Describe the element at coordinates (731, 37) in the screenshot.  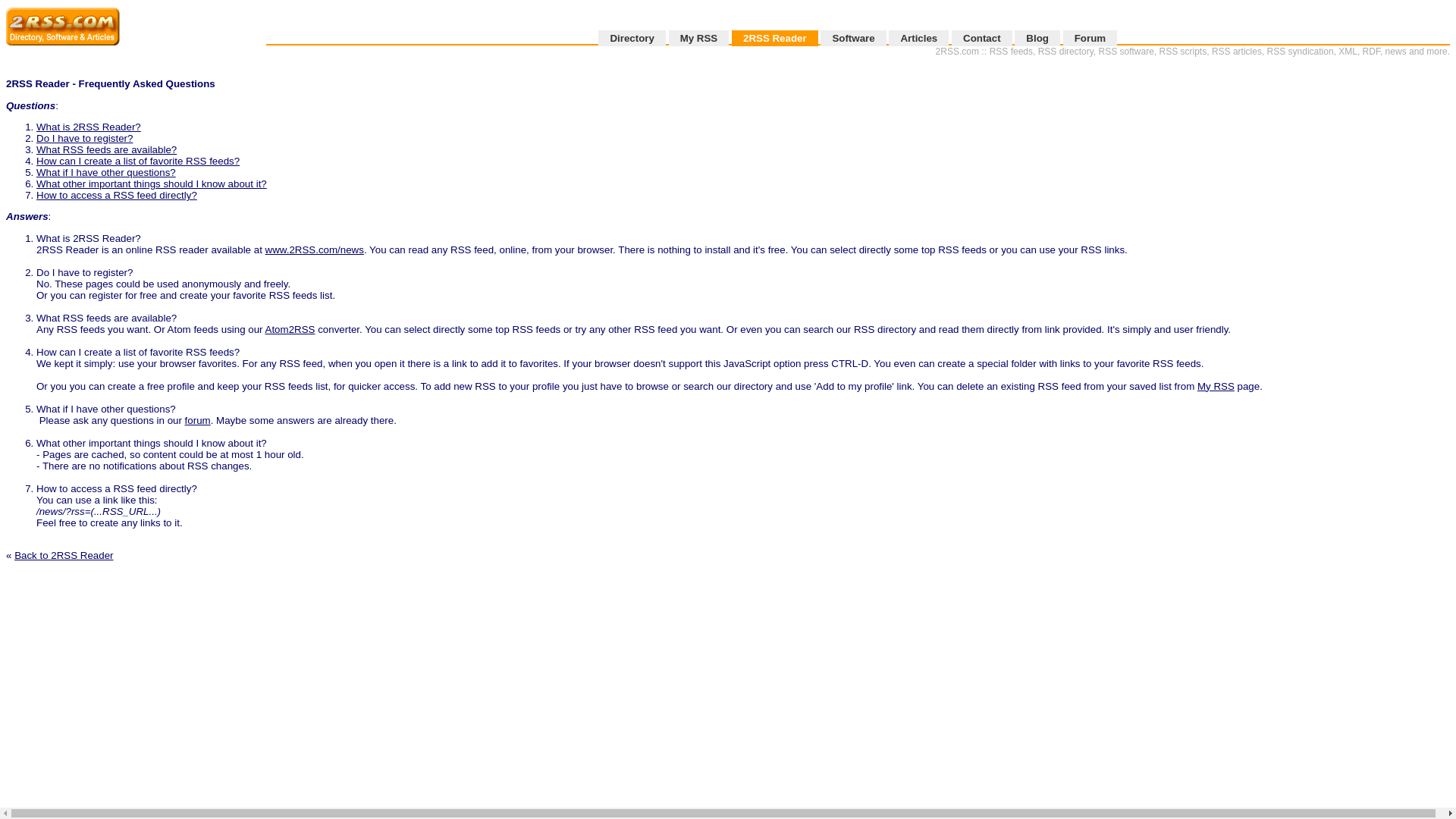
I see `'2RSS Reader'` at that location.